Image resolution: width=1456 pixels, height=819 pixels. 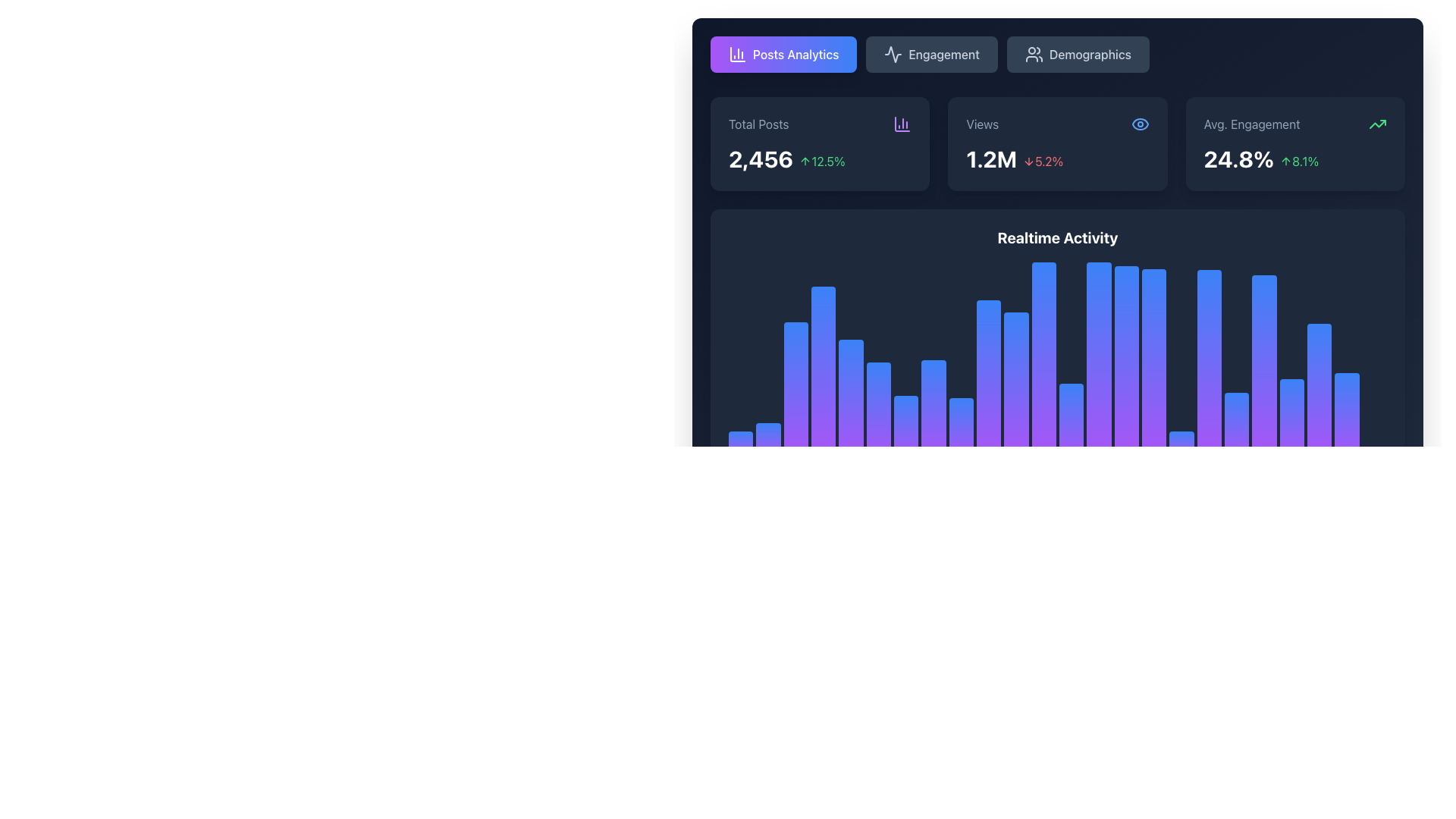 I want to click on the 23rd bar in the bar chart, so click(x=1318, y=419).